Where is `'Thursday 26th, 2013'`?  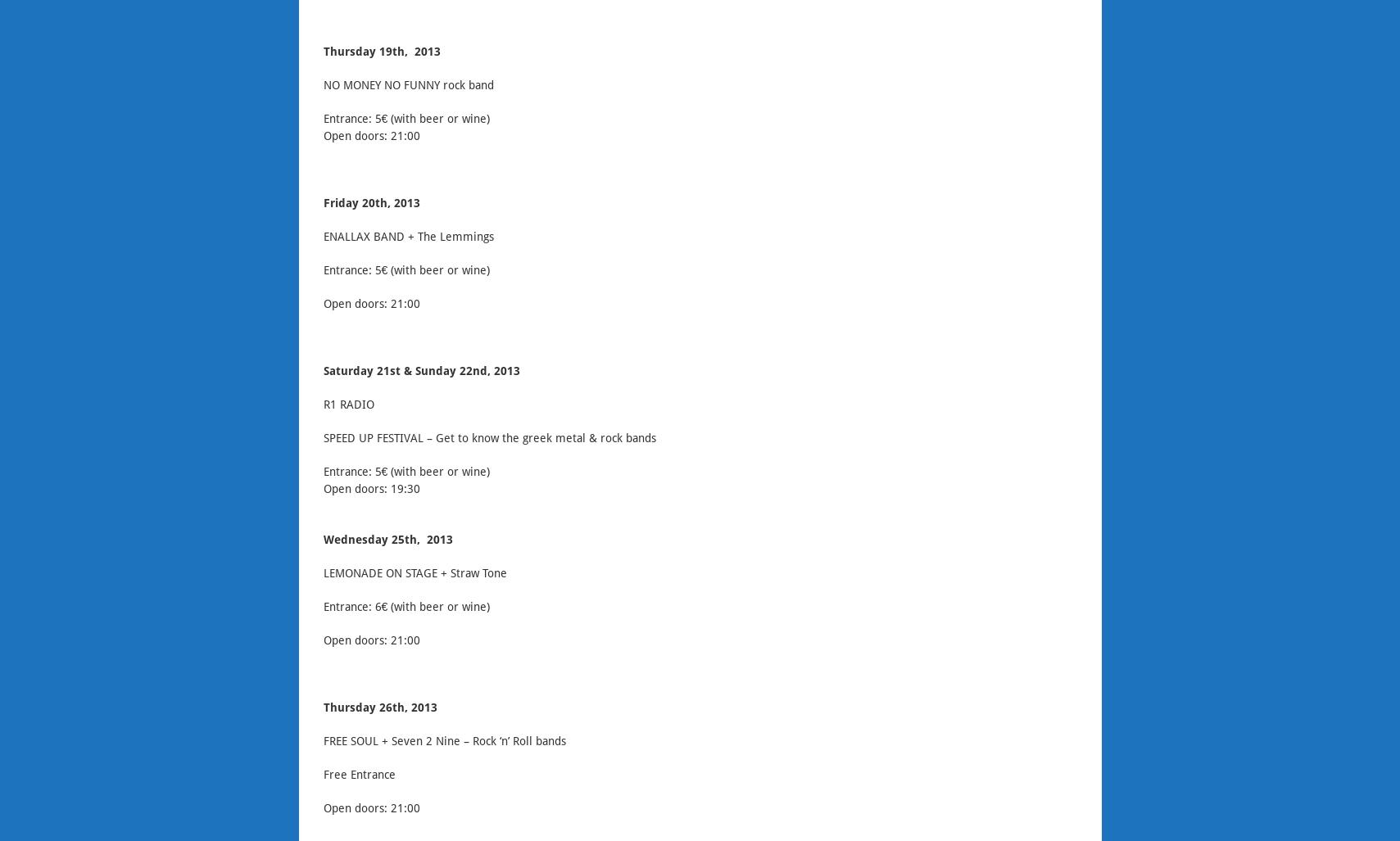 'Thursday 26th, 2013' is located at coordinates (378, 708).